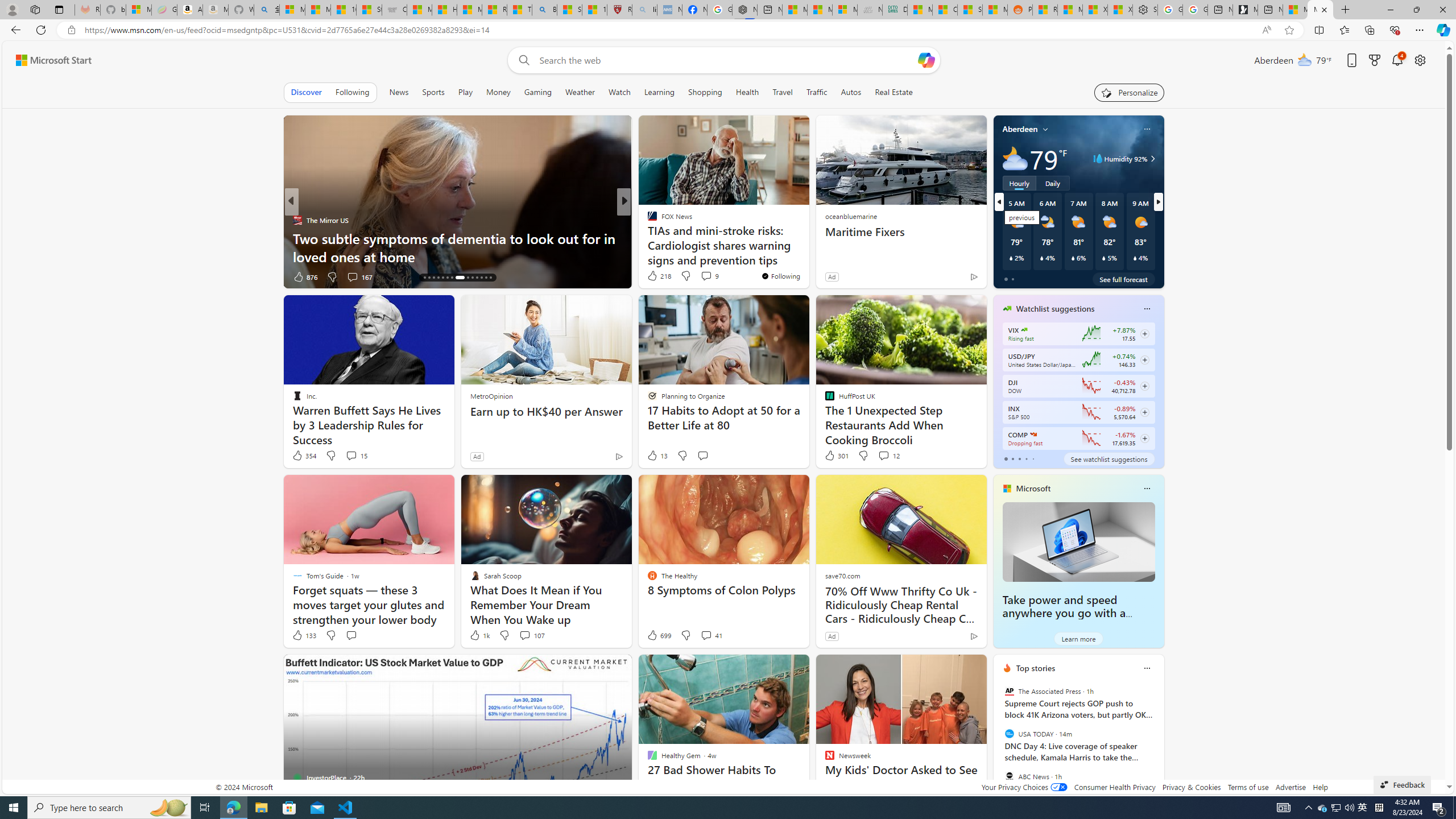 The image size is (1456, 819). Describe the element at coordinates (459, 277) in the screenshot. I see `'AutomationID: tab-22'` at that location.